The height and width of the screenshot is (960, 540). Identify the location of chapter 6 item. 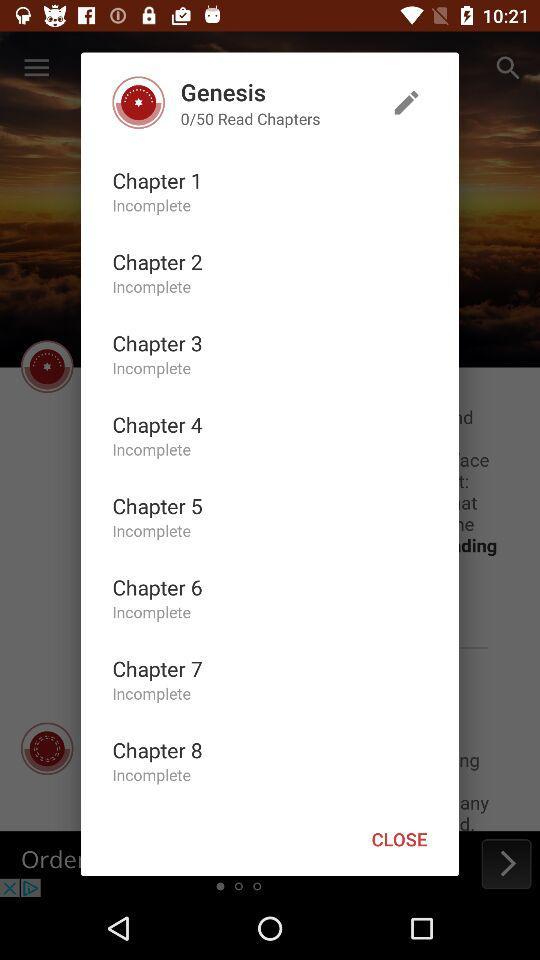
(156, 587).